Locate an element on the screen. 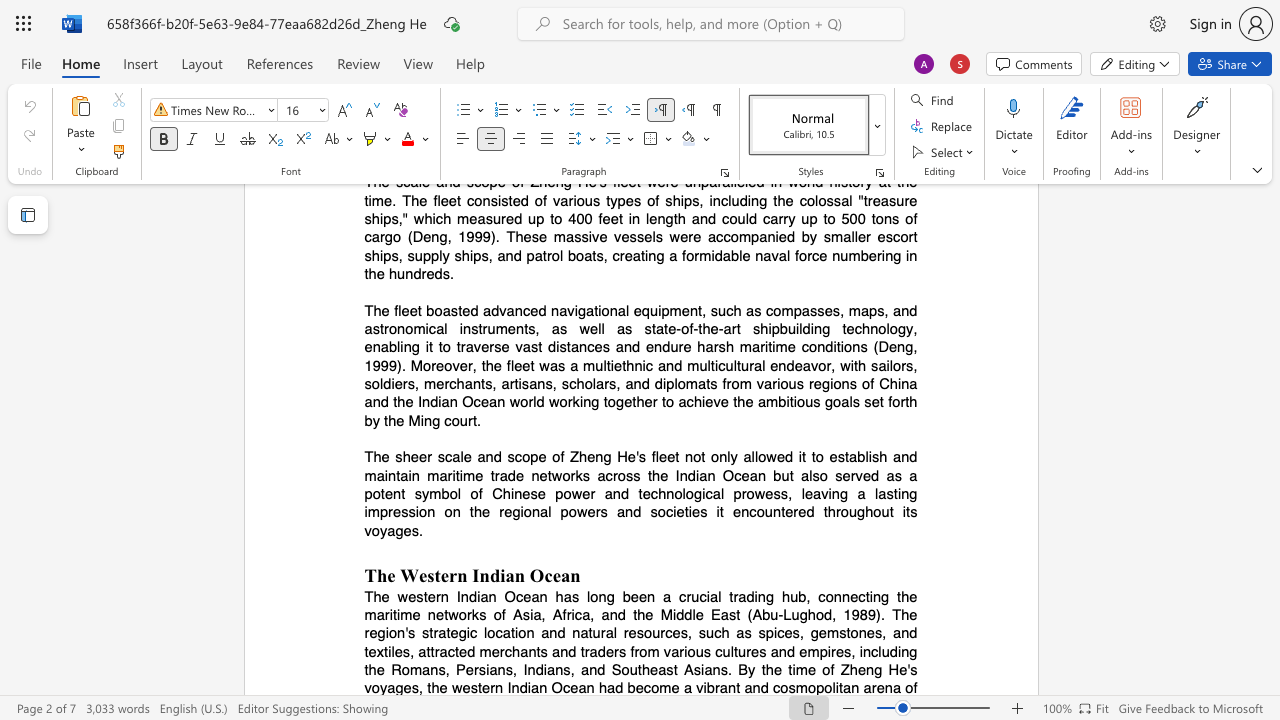  the subset text "onal powers and s" within the text "on the regional powers and societies it" is located at coordinates (523, 511).